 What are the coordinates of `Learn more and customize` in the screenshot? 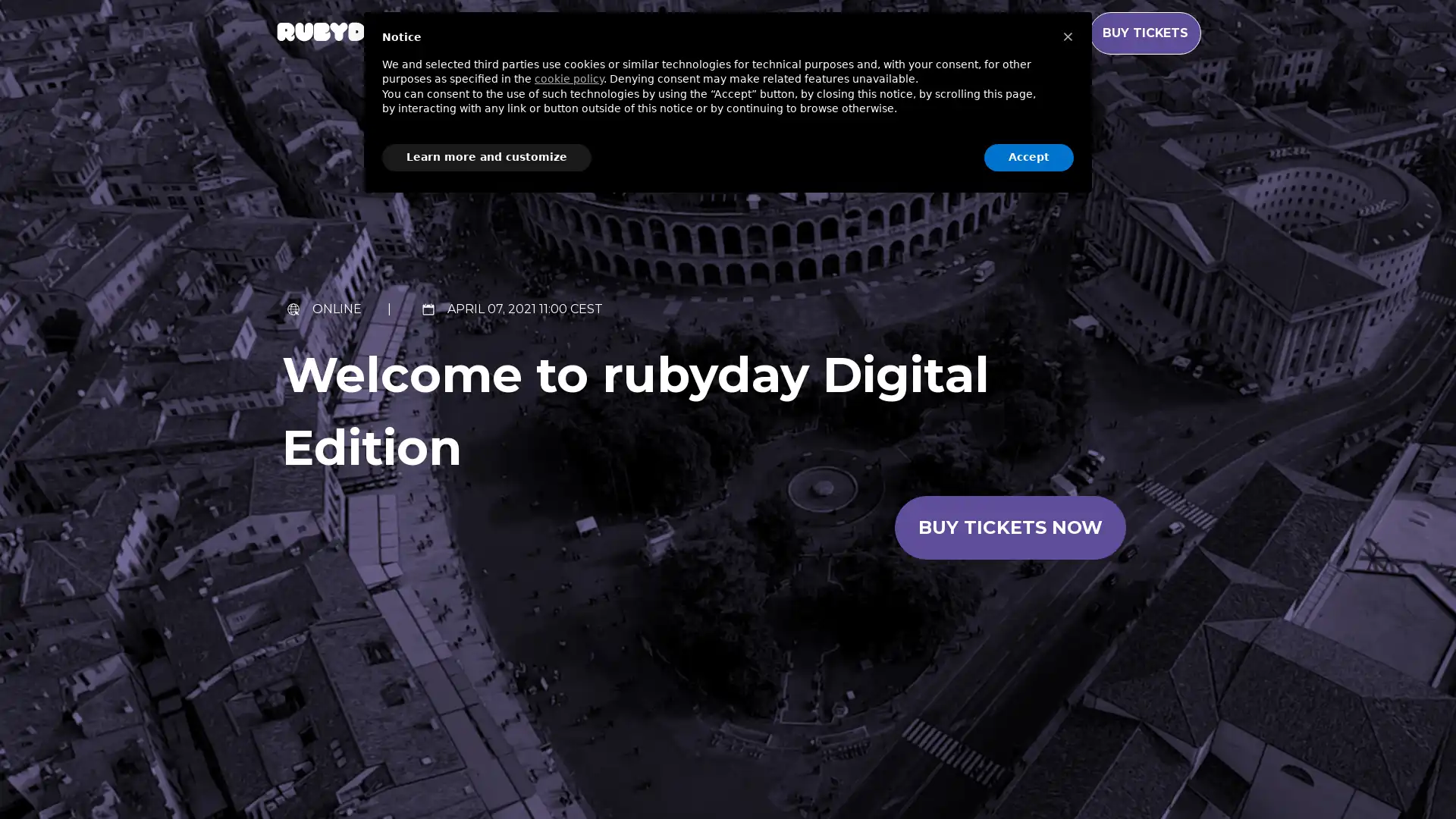 It's located at (487, 157).